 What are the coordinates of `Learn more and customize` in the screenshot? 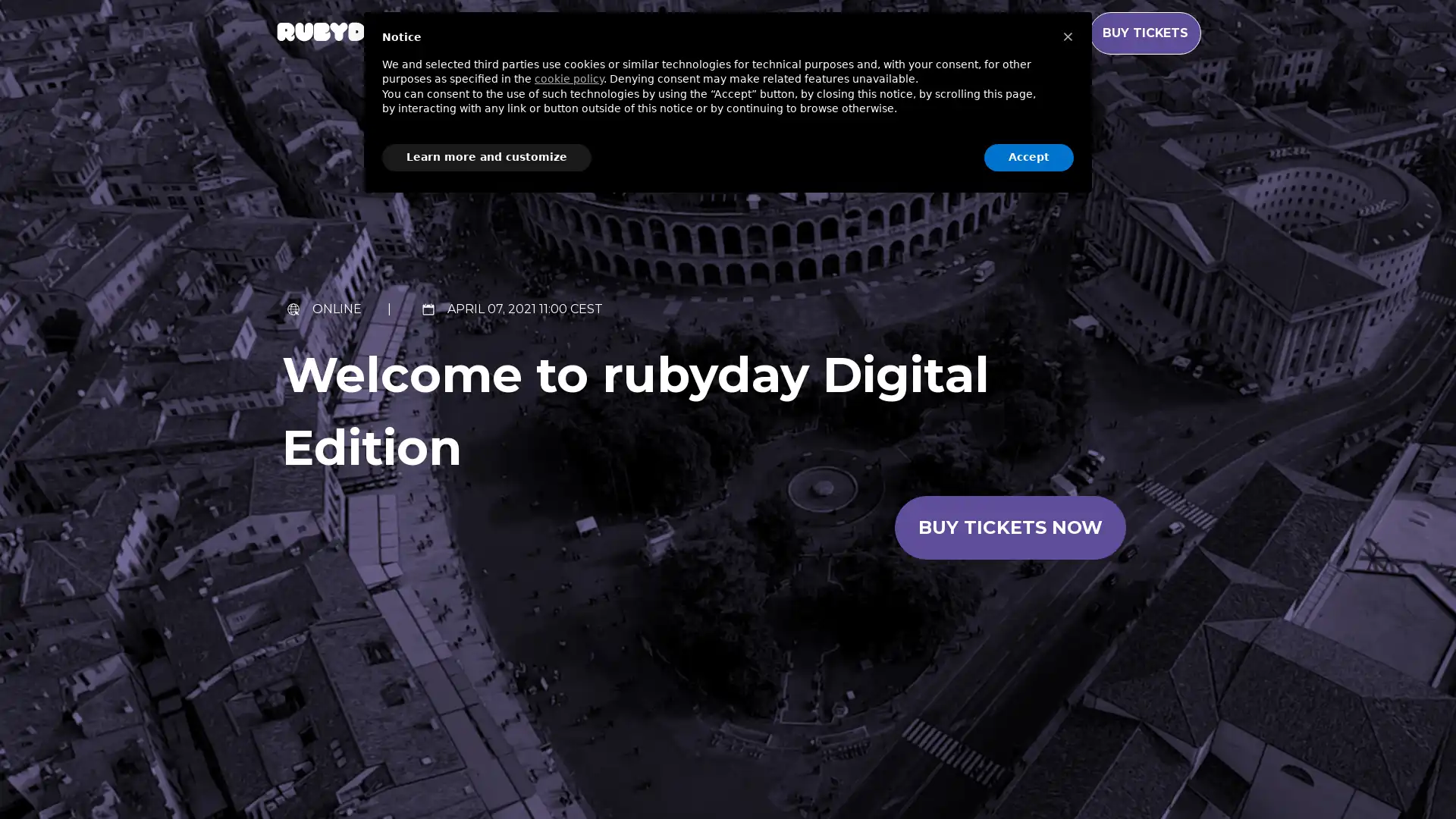 It's located at (487, 157).